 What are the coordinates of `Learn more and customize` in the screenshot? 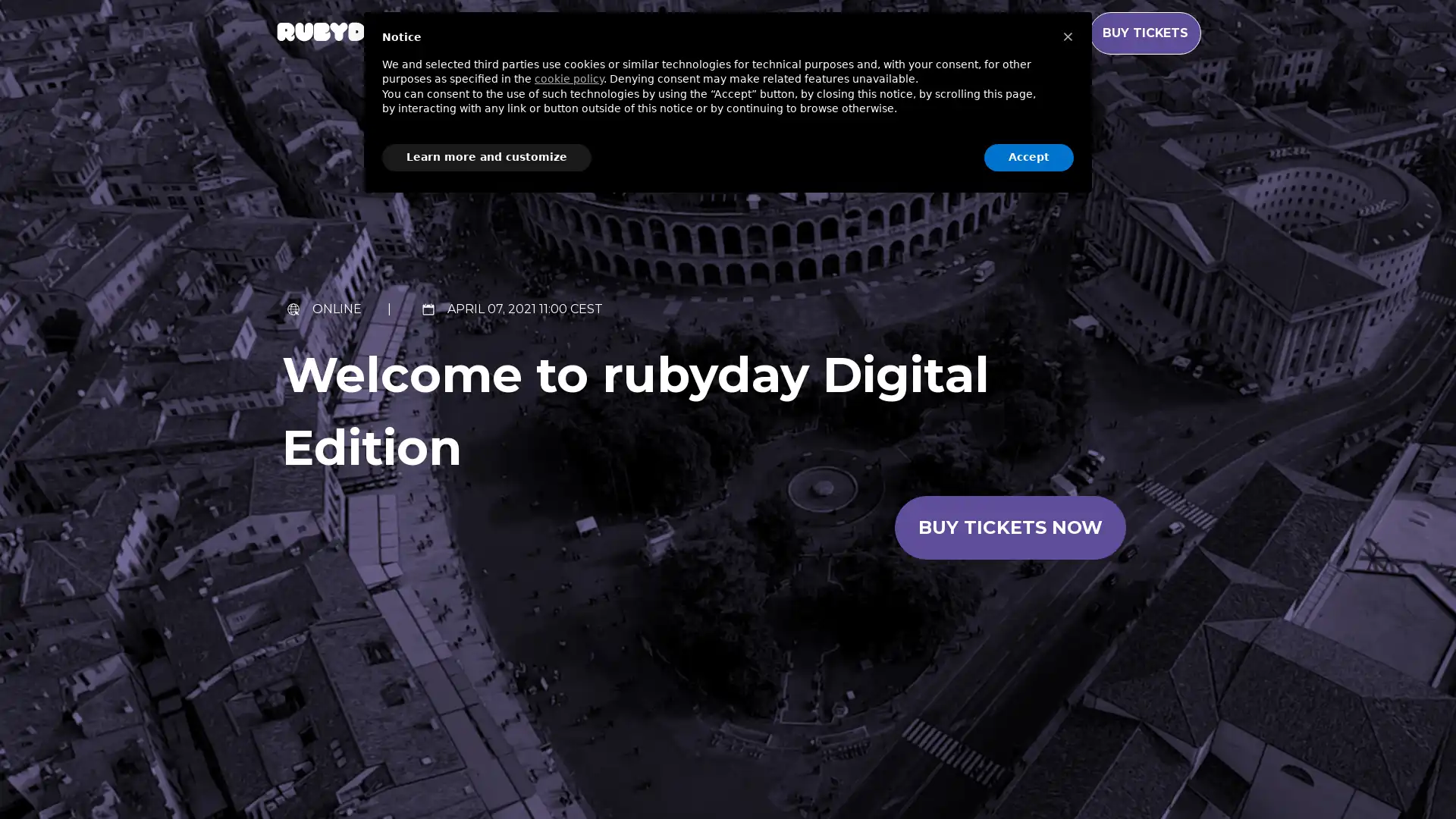 It's located at (487, 157).